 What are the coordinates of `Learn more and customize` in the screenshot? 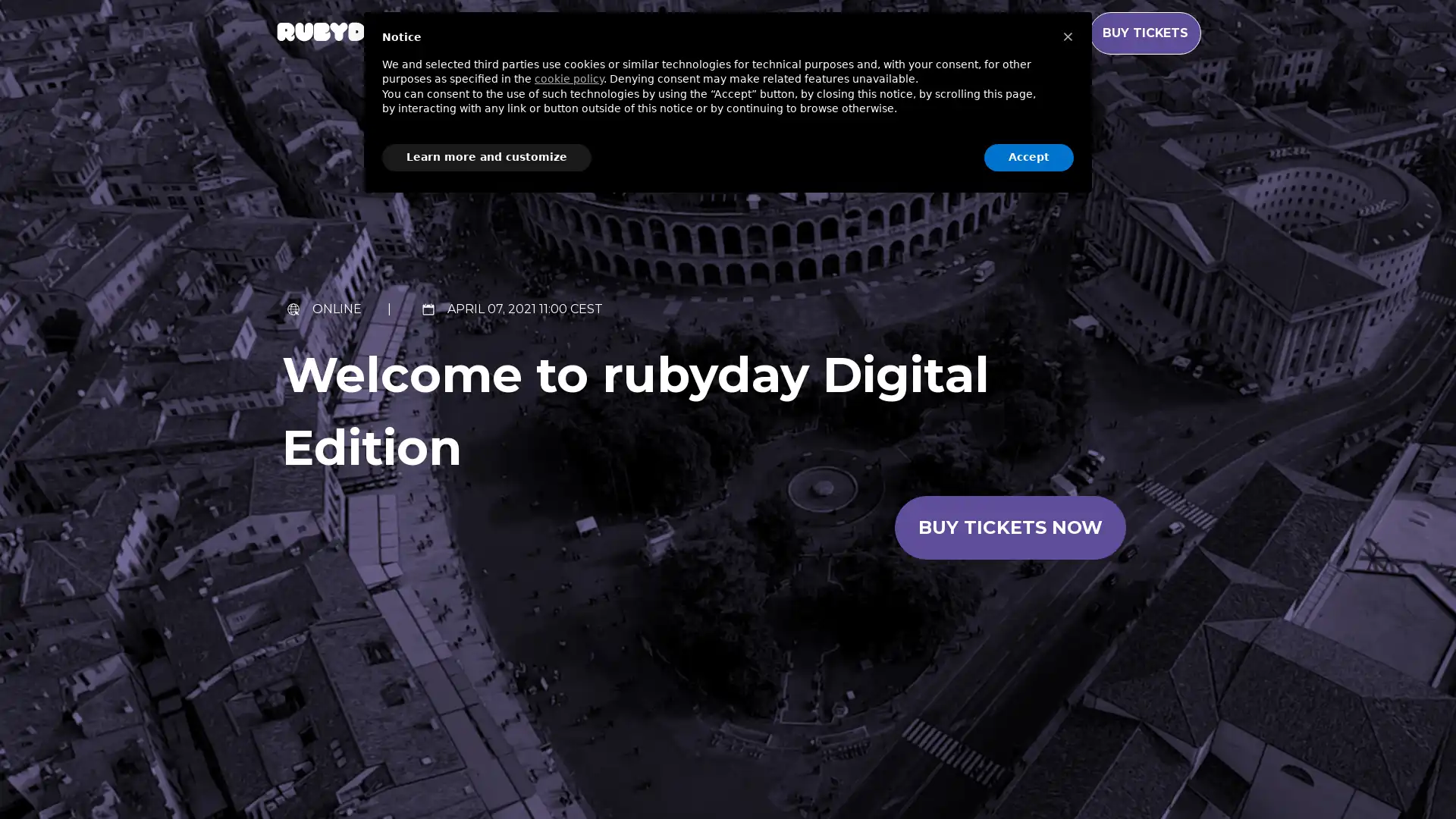 It's located at (487, 157).